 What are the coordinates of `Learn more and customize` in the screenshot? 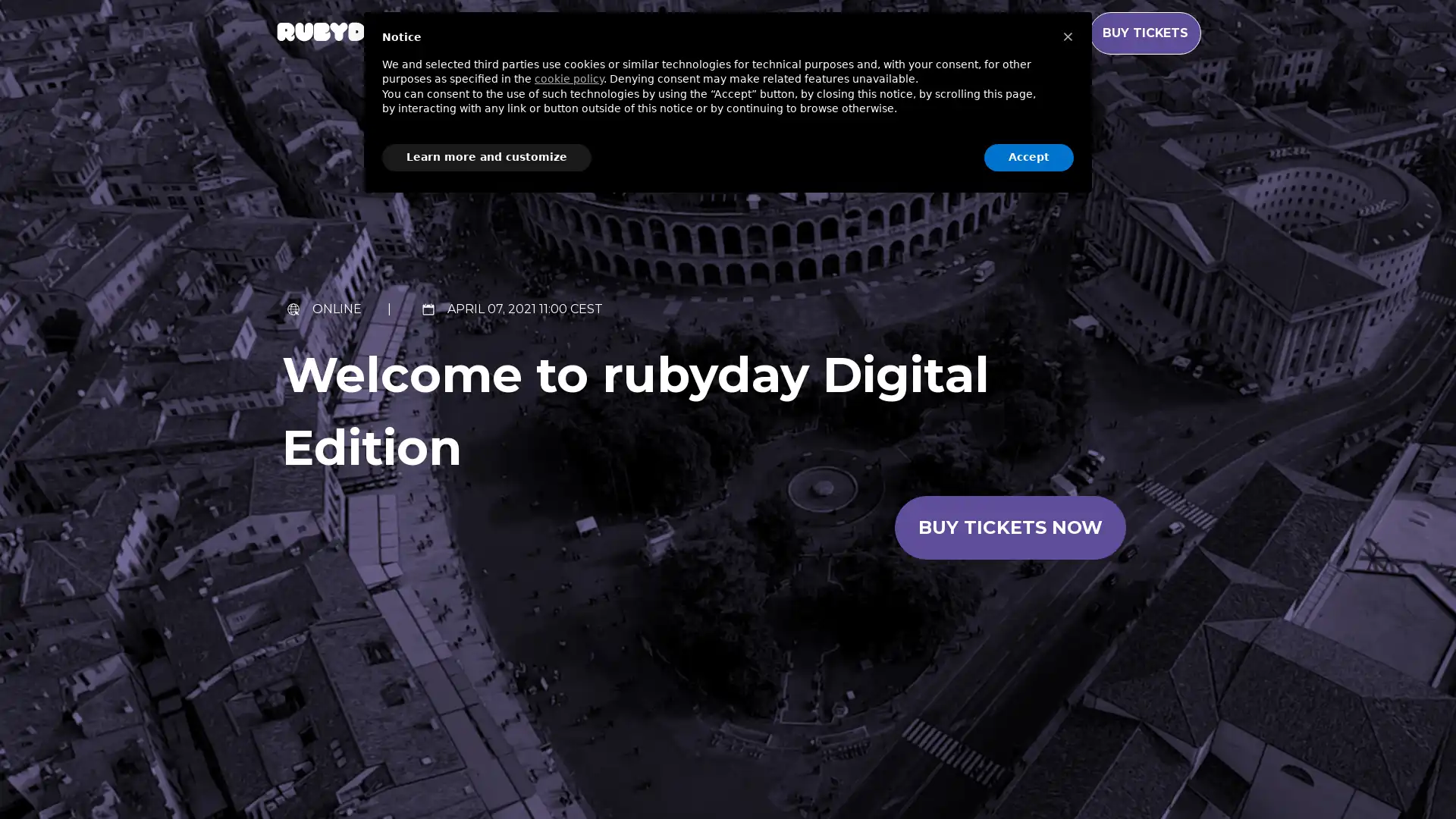 It's located at (487, 157).